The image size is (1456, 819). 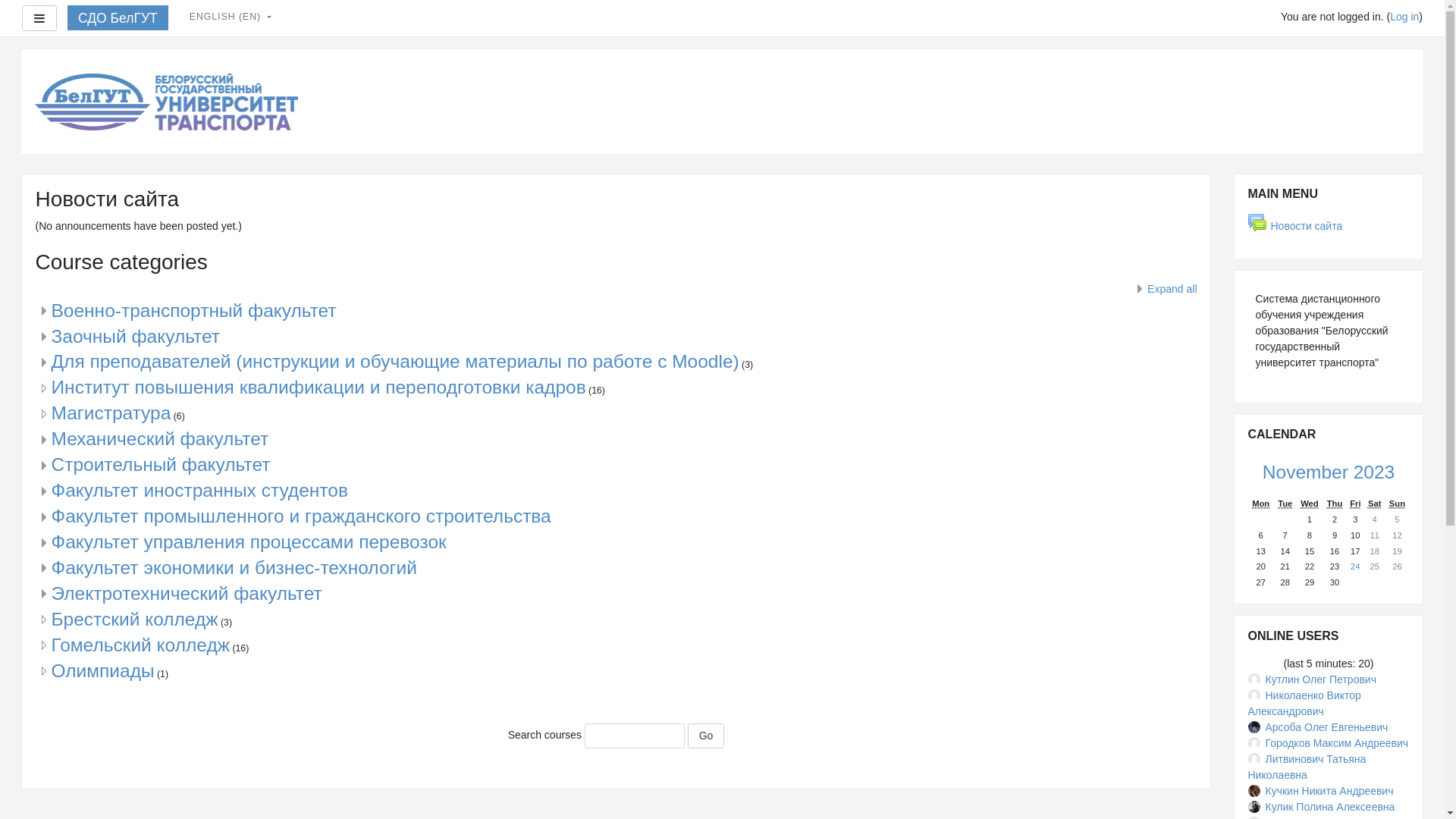 I want to click on 'Side panel', so click(x=21, y=17).